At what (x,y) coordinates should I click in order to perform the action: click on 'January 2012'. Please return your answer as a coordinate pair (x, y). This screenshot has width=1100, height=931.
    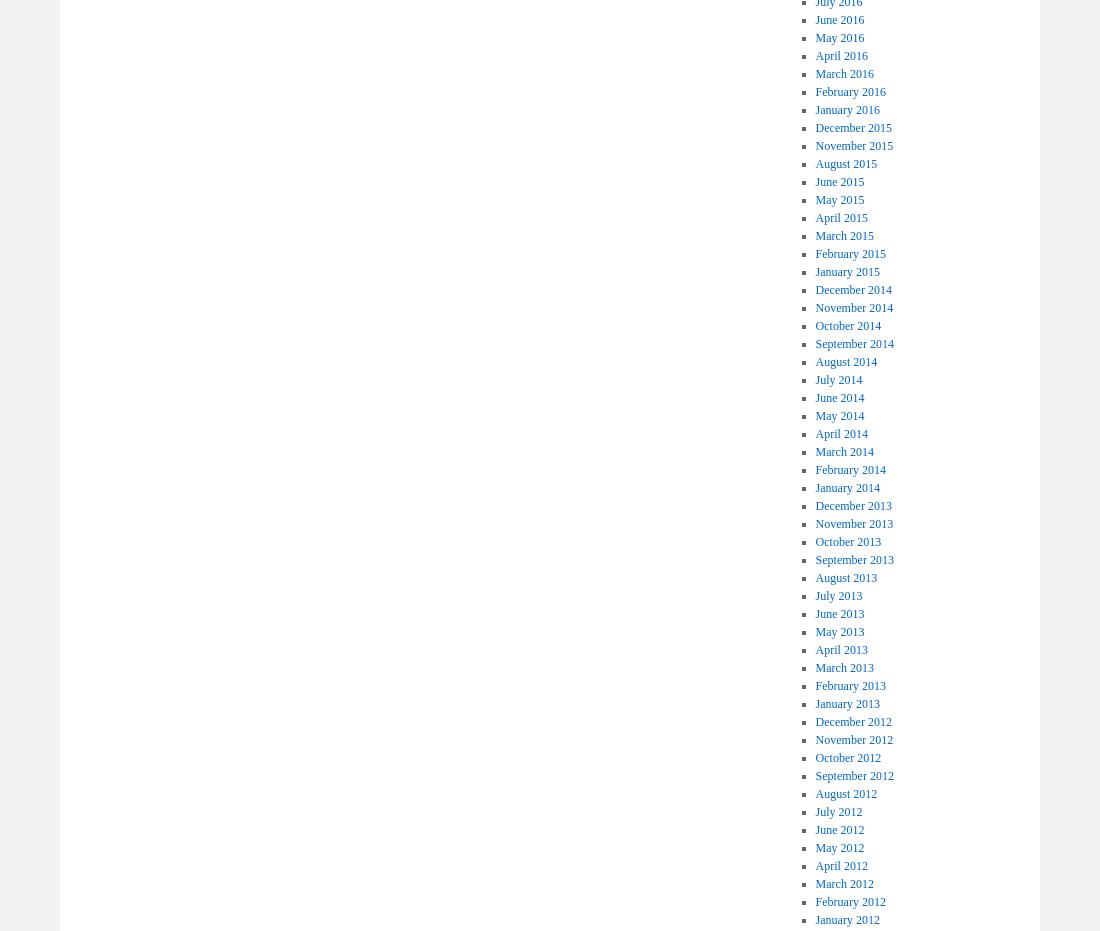
    Looking at the image, I should click on (846, 920).